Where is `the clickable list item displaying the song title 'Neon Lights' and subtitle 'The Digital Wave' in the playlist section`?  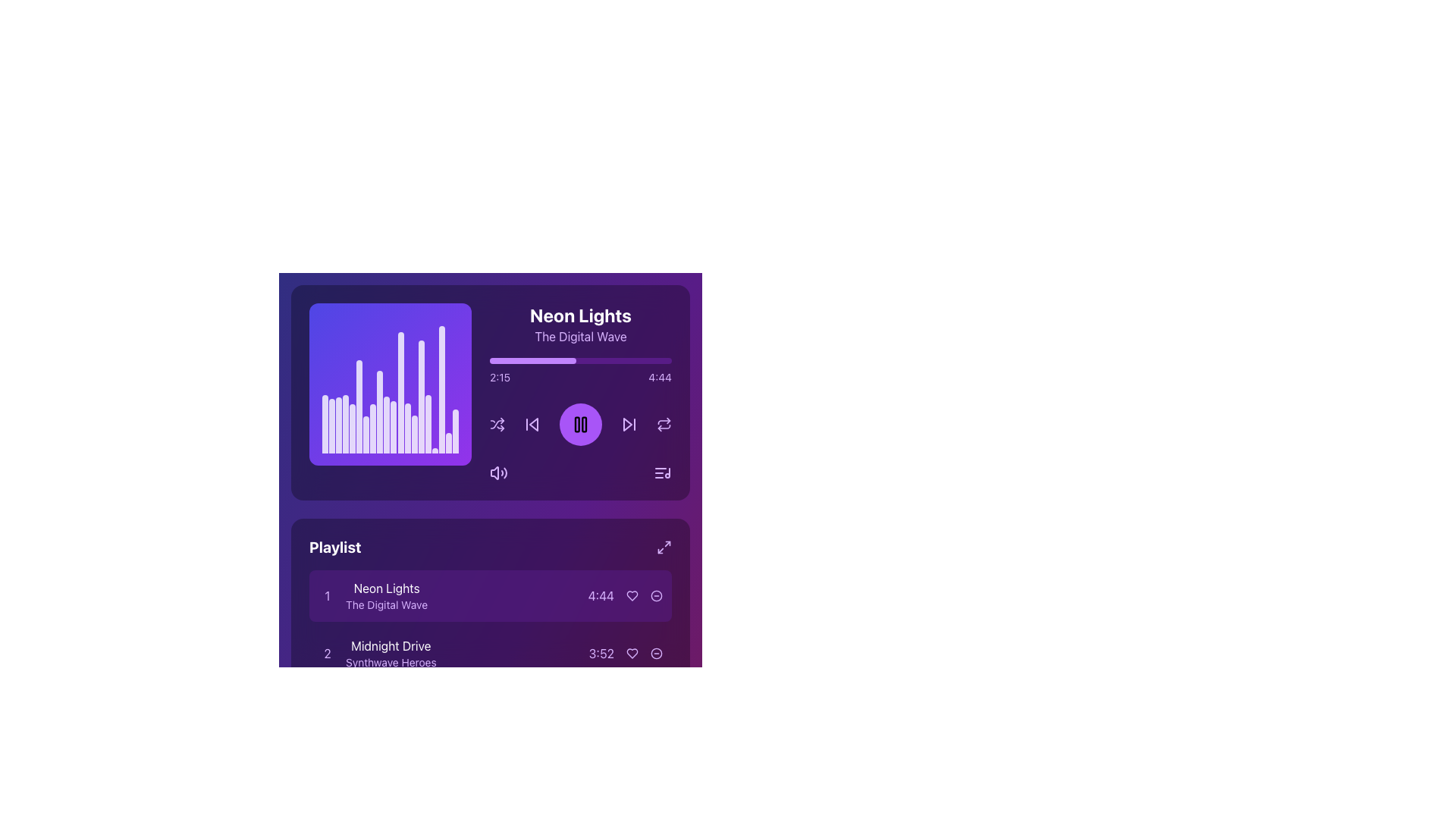
the clickable list item displaying the song title 'Neon Lights' and subtitle 'The Digital Wave' in the playlist section is located at coordinates (373, 595).